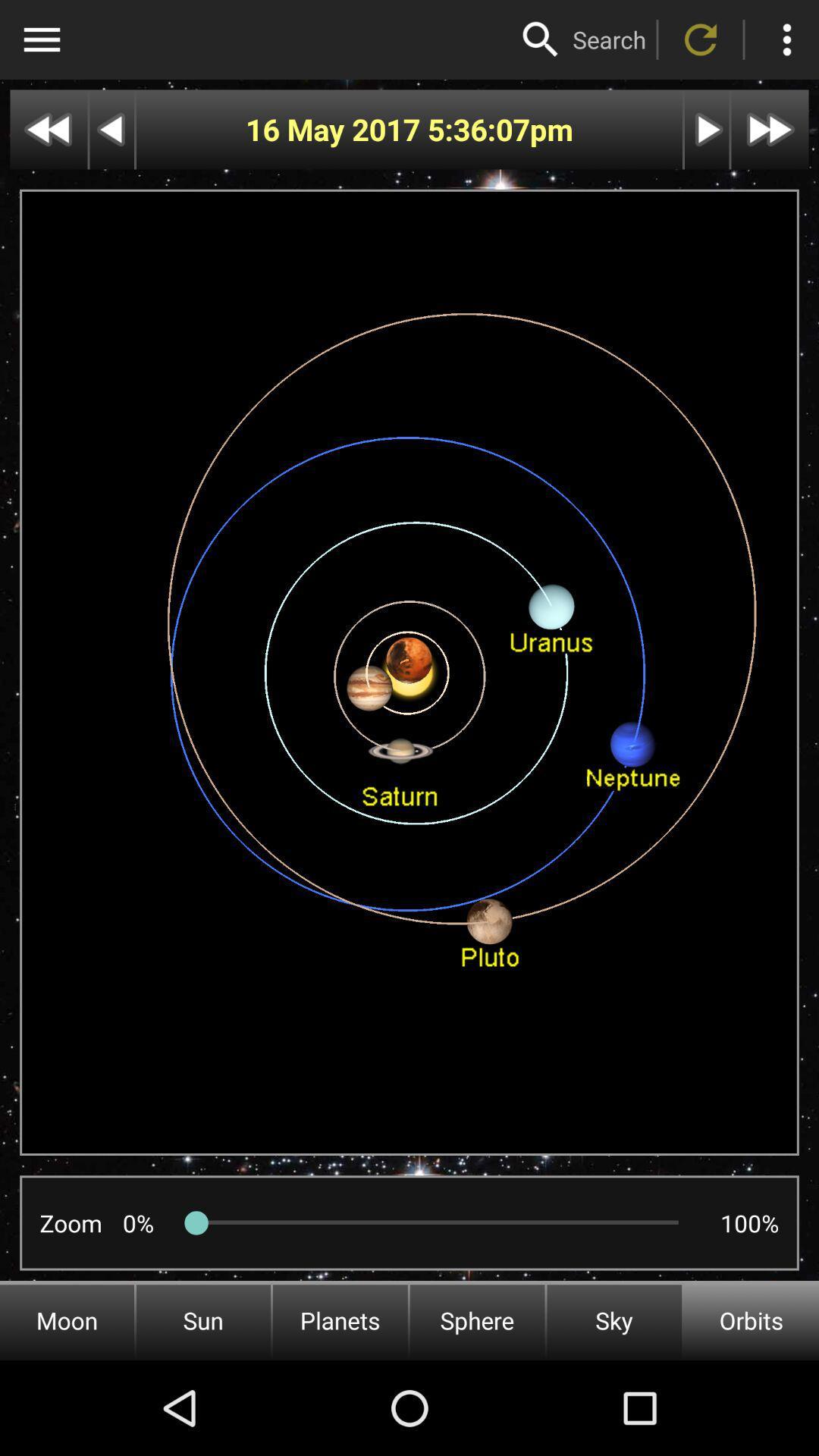  Describe the element at coordinates (479, 130) in the screenshot. I see `icon to the right of the 16 may 2017` at that location.